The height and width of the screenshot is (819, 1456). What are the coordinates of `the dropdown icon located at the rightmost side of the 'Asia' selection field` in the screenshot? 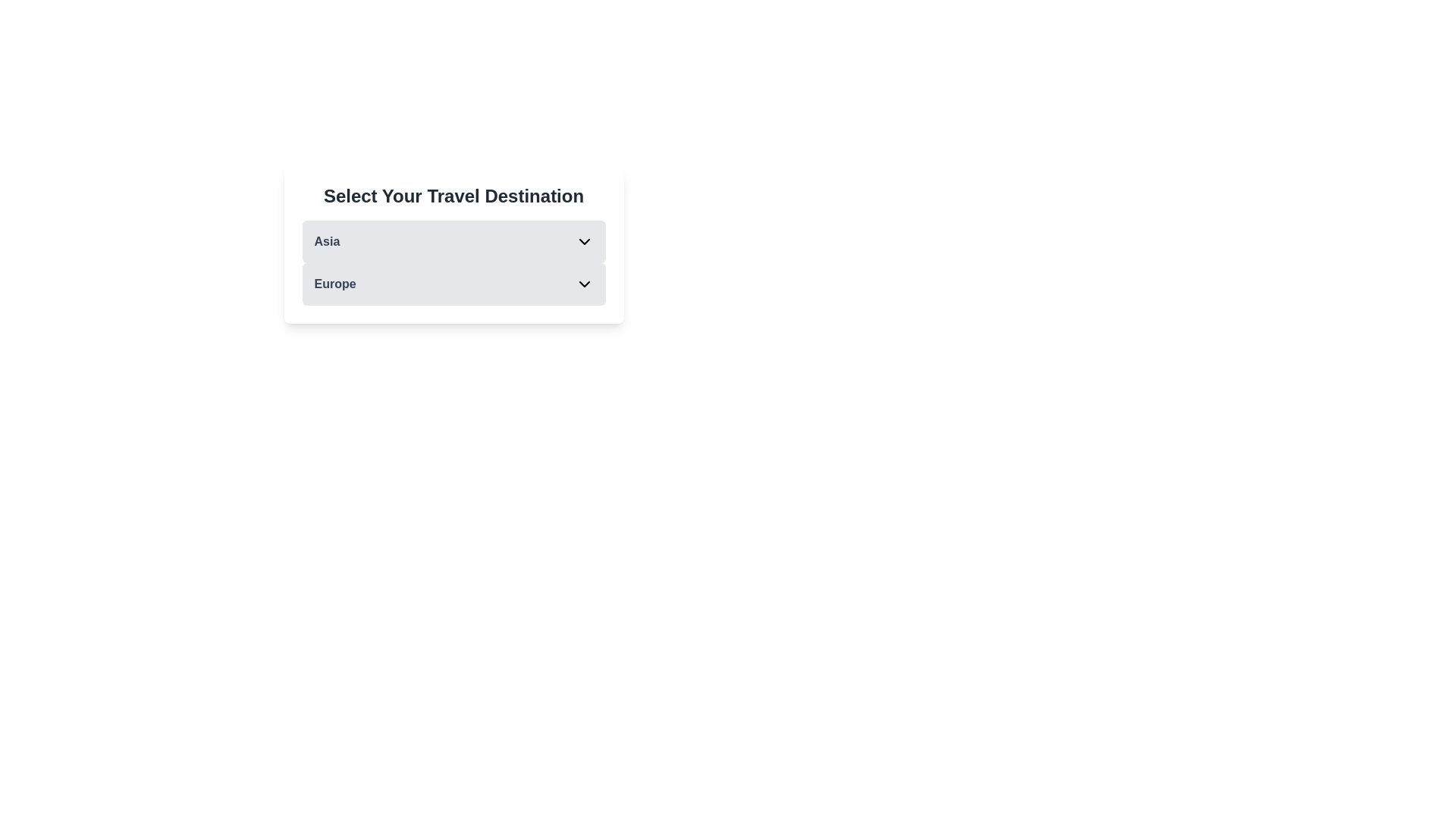 It's located at (583, 241).